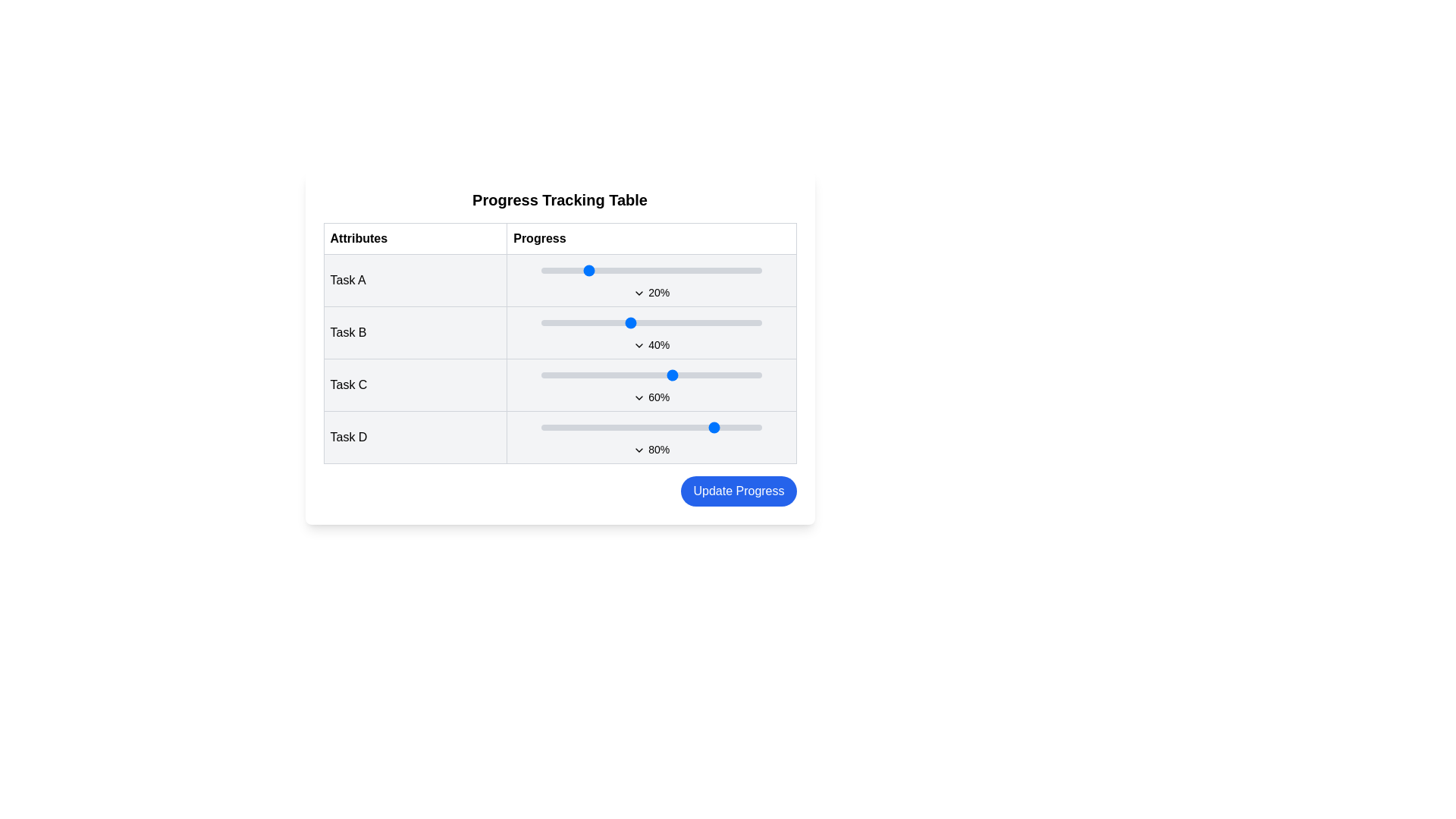  I want to click on the progress level, so click(692, 375).